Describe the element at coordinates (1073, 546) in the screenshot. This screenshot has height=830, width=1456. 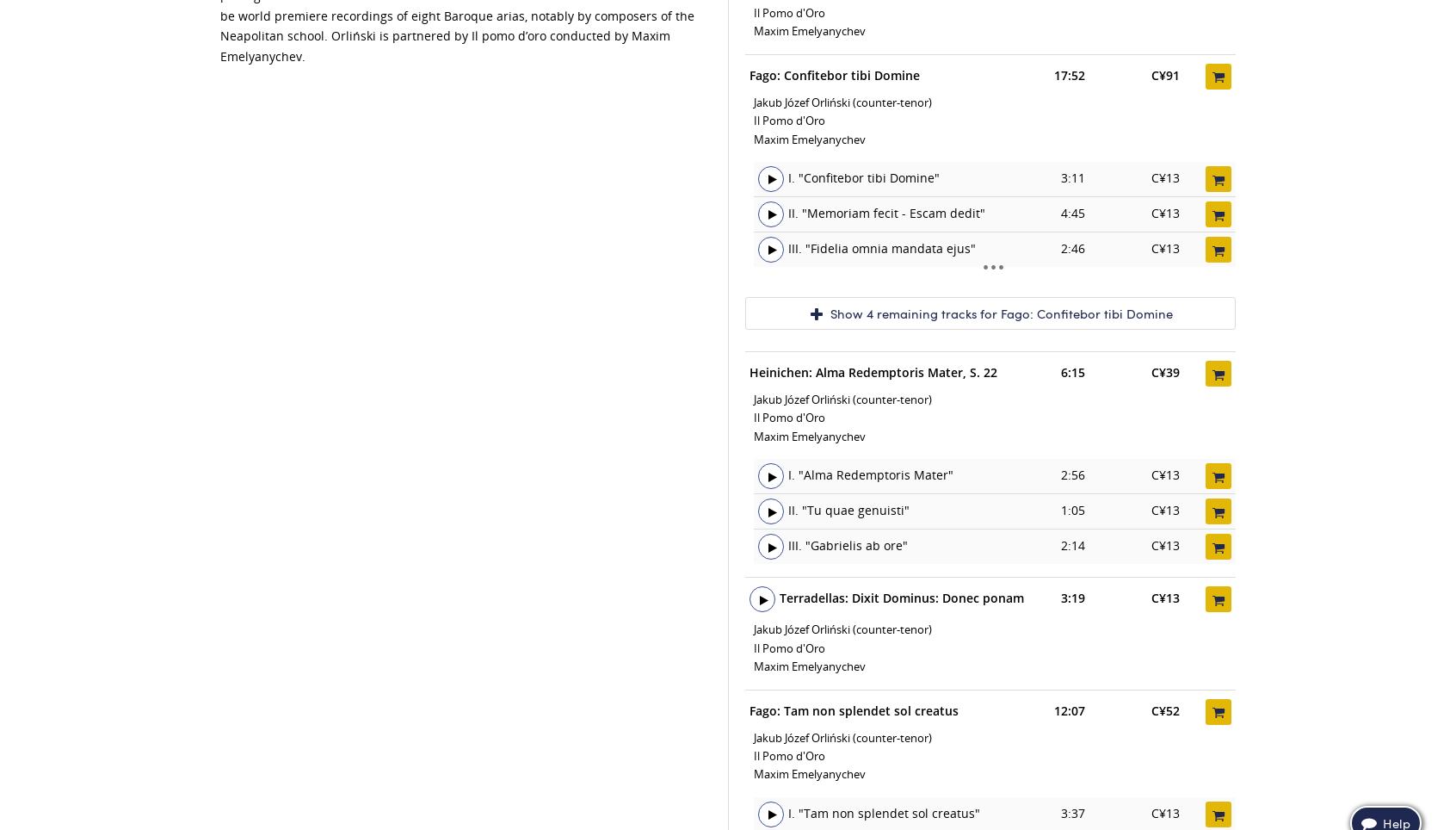
I see `'2:14'` at that location.